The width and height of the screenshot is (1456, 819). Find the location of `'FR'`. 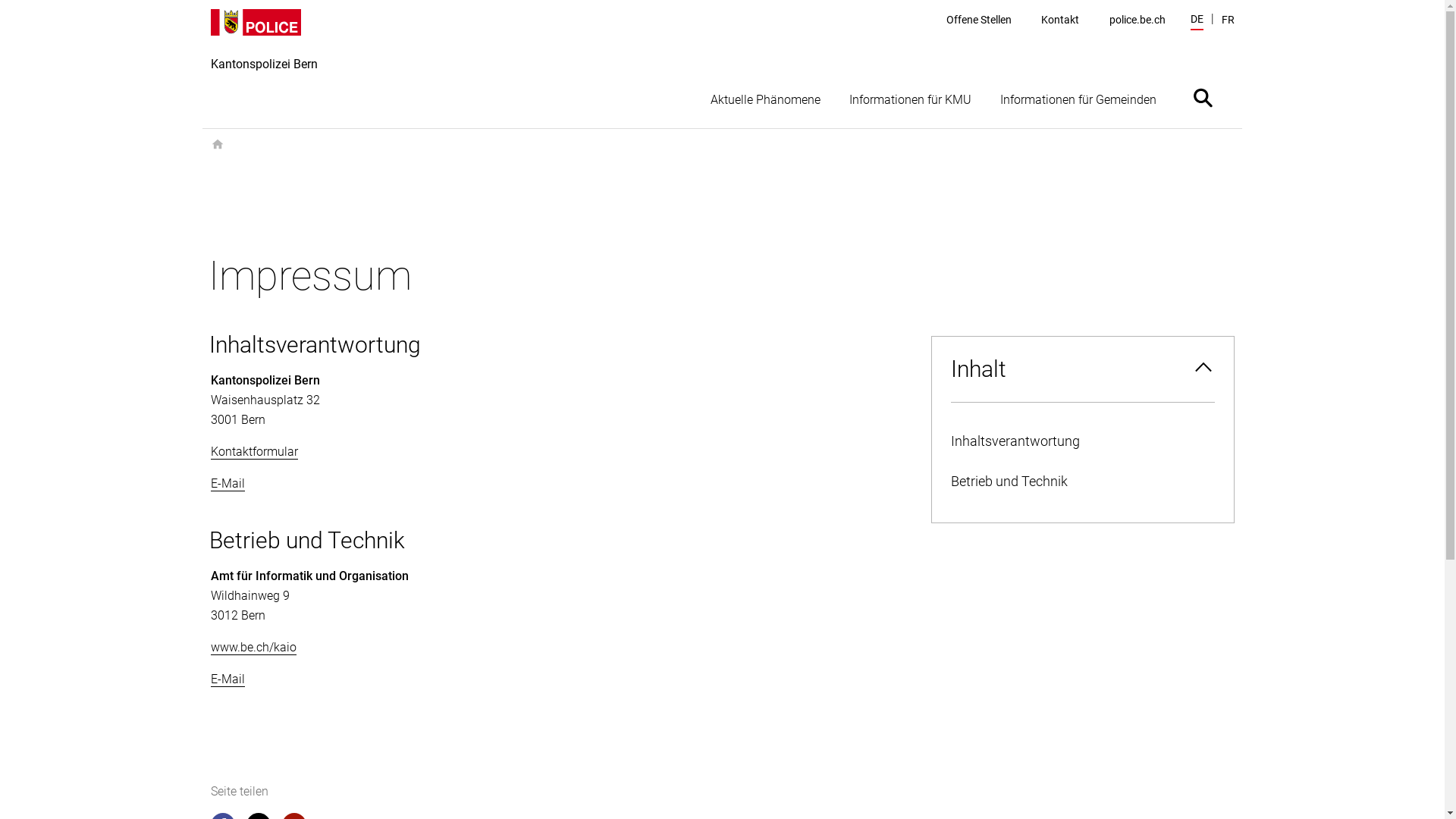

'FR' is located at coordinates (1227, 20).